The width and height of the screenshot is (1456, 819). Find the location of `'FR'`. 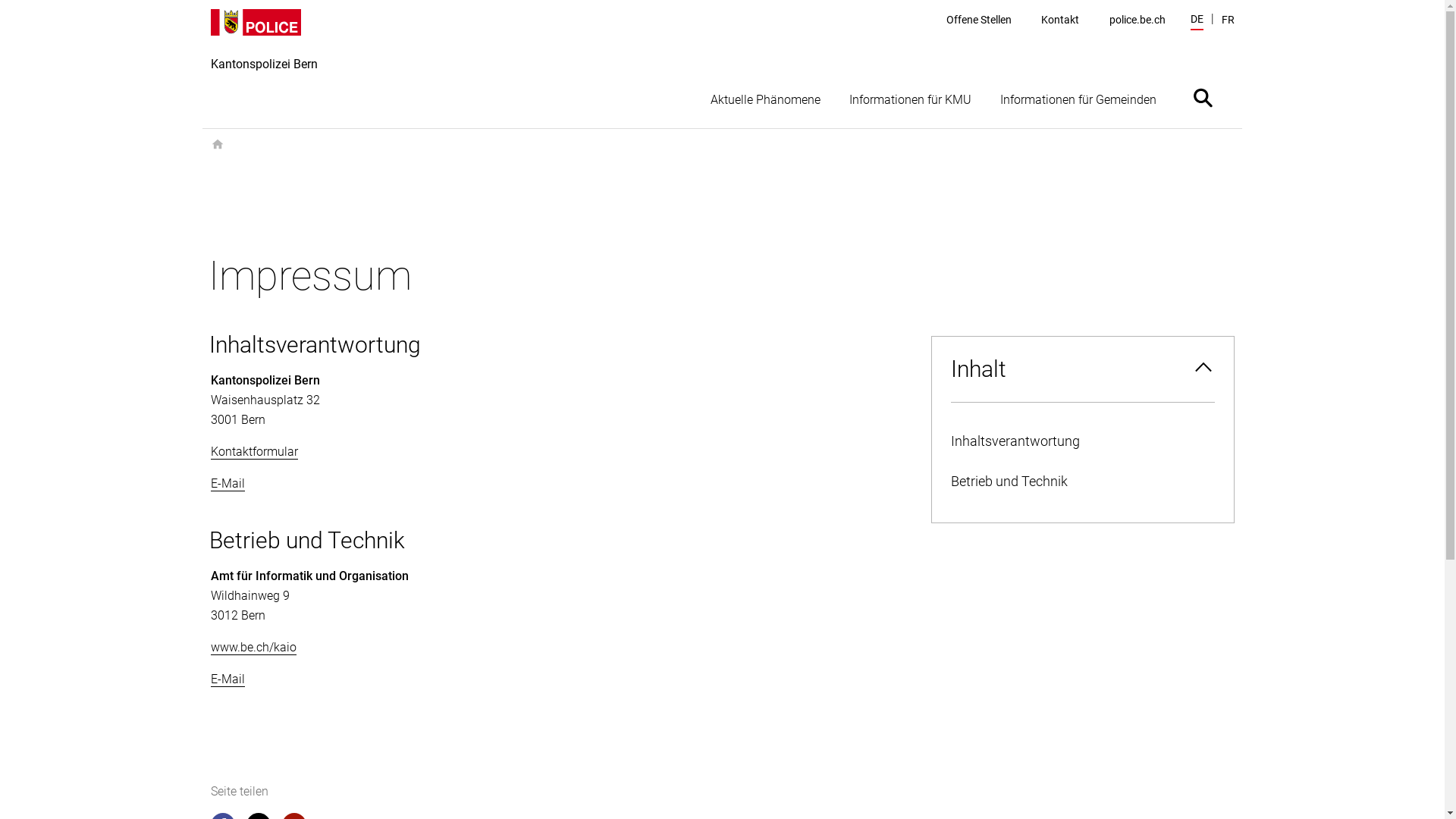

'FR' is located at coordinates (1227, 20).